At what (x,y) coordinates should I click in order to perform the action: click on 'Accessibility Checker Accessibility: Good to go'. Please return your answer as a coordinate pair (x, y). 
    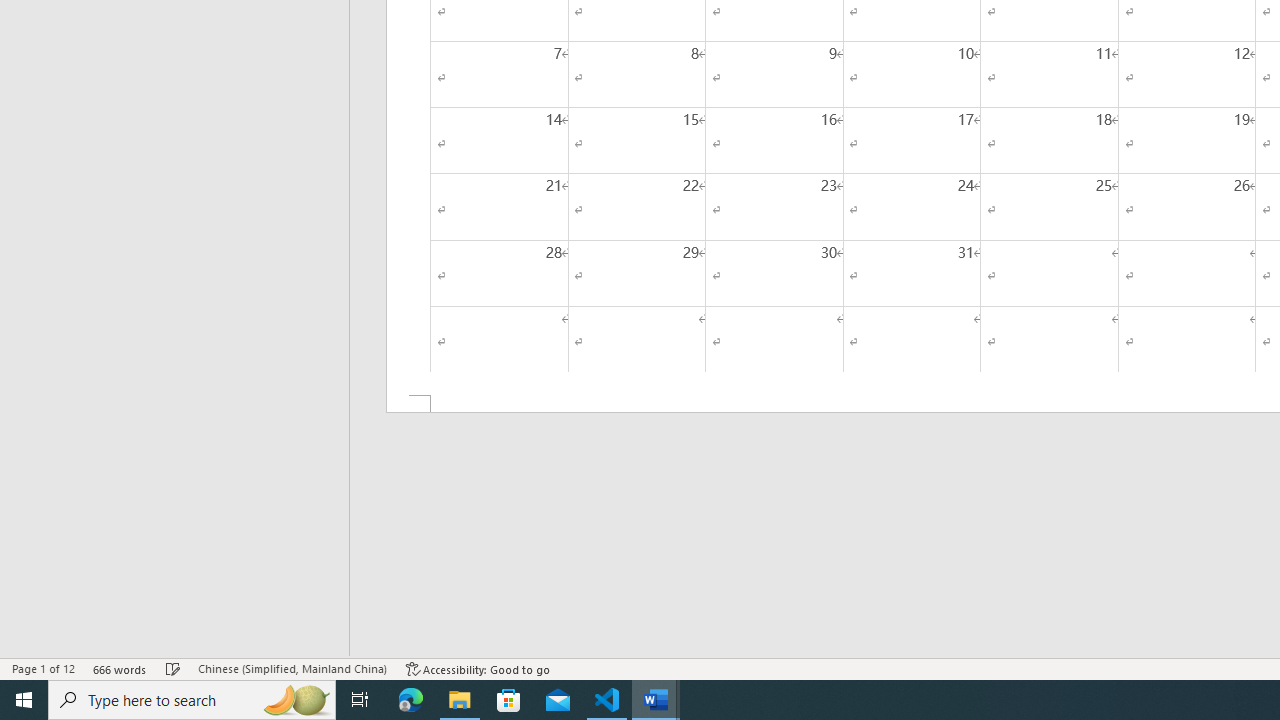
    Looking at the image, I should click on (477, 669).